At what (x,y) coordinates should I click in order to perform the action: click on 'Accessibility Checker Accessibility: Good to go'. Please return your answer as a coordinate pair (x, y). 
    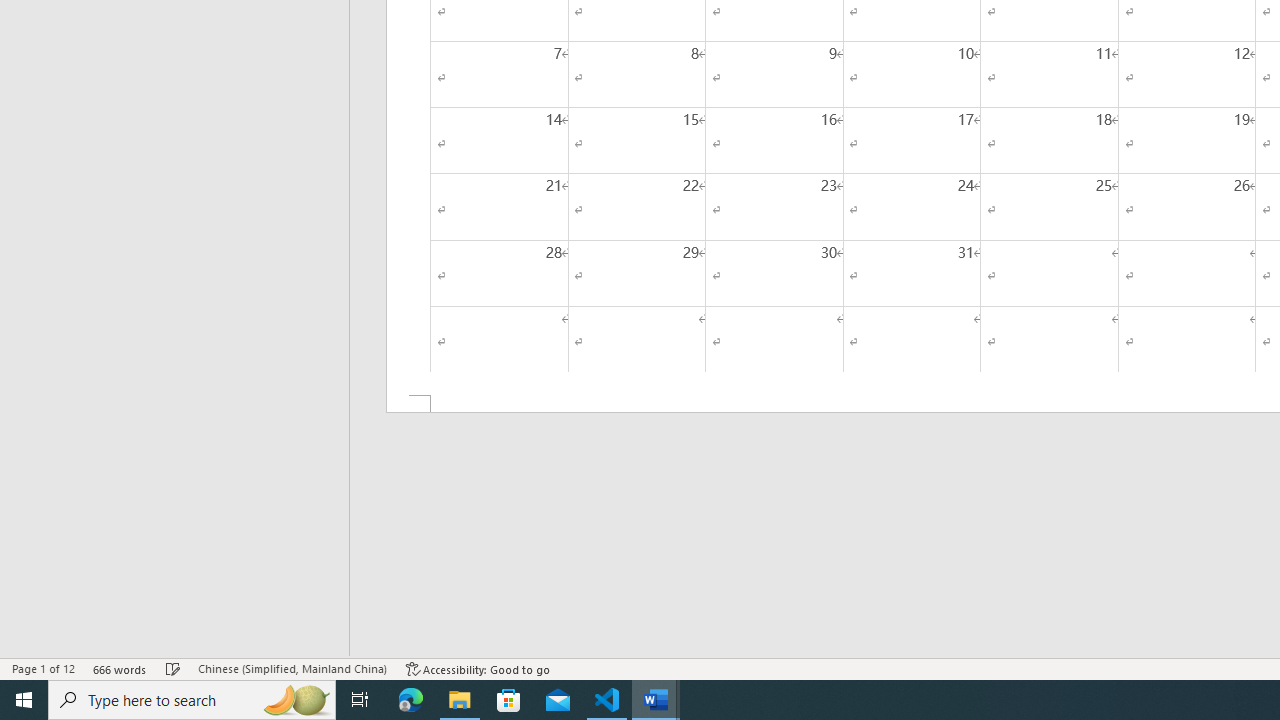
    Looking at the image, I should click on (477, 669).